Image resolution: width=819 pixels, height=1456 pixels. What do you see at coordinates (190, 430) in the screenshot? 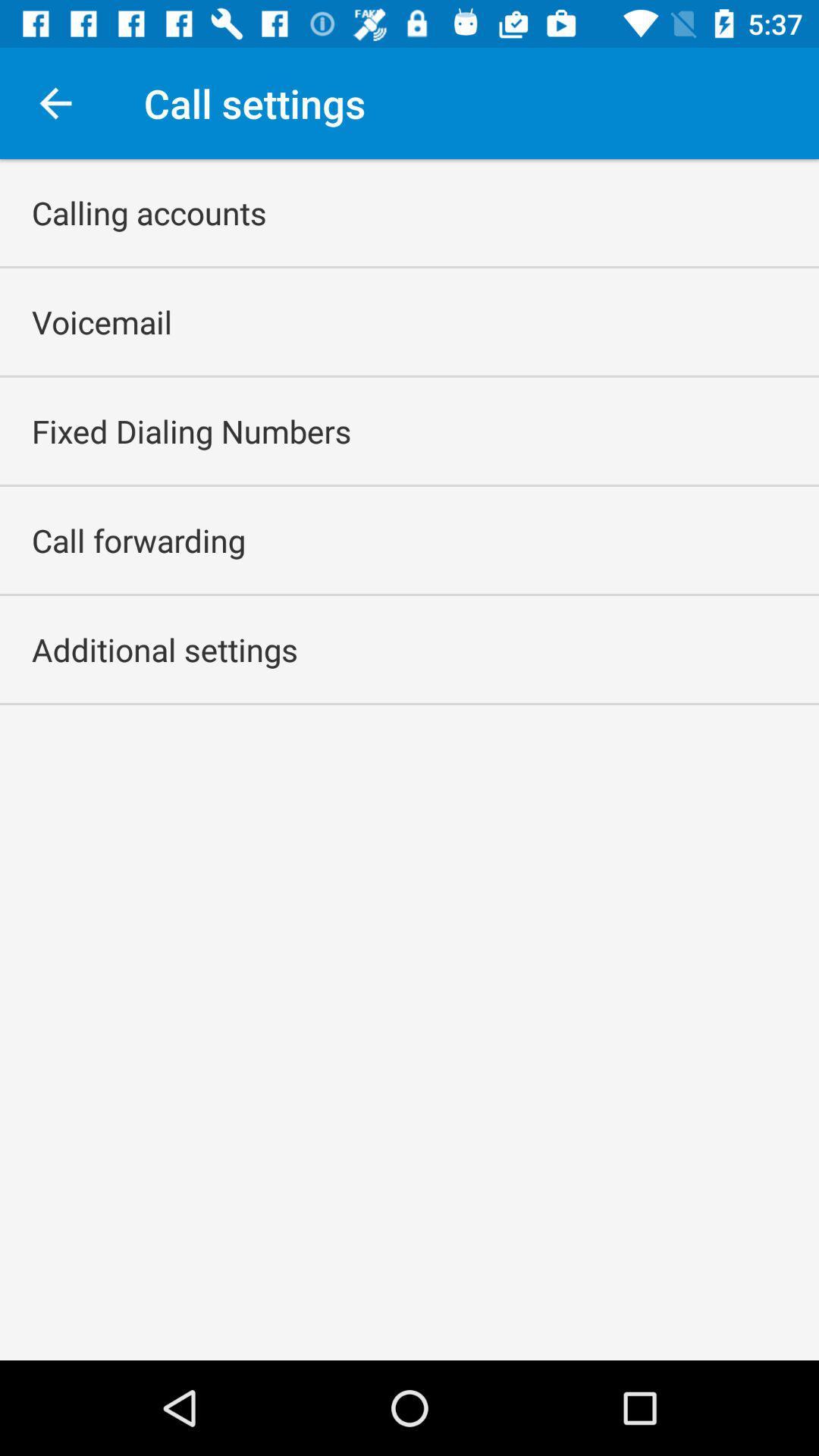
I see `fixed dialing numbers item` at bounding box center [190, 430].